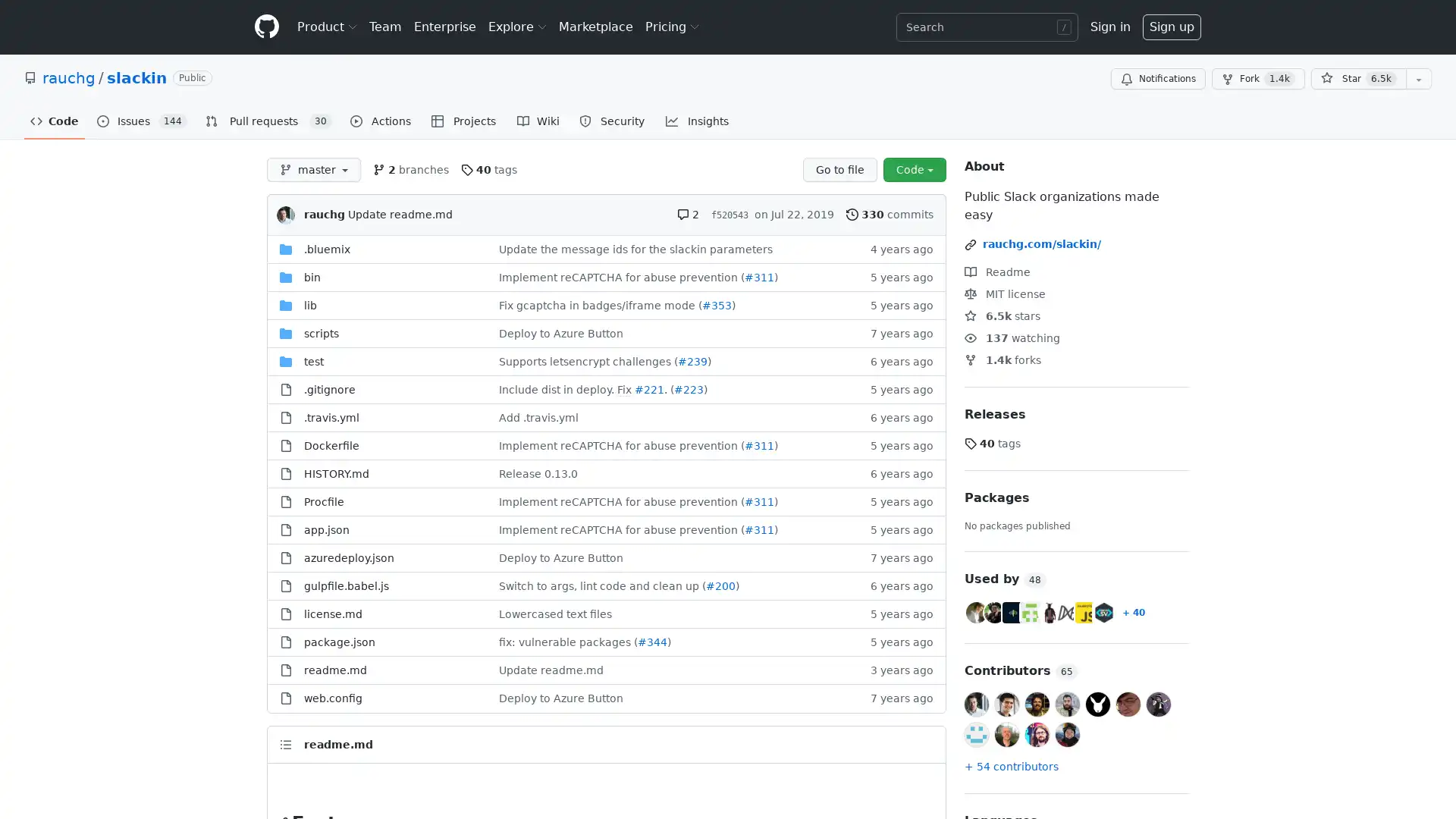 The image size is (1456, 819). Describe the element at coordinates (1418, 79) in the screenshot. I see `You must be signed in to add this repository to a list` at that location.